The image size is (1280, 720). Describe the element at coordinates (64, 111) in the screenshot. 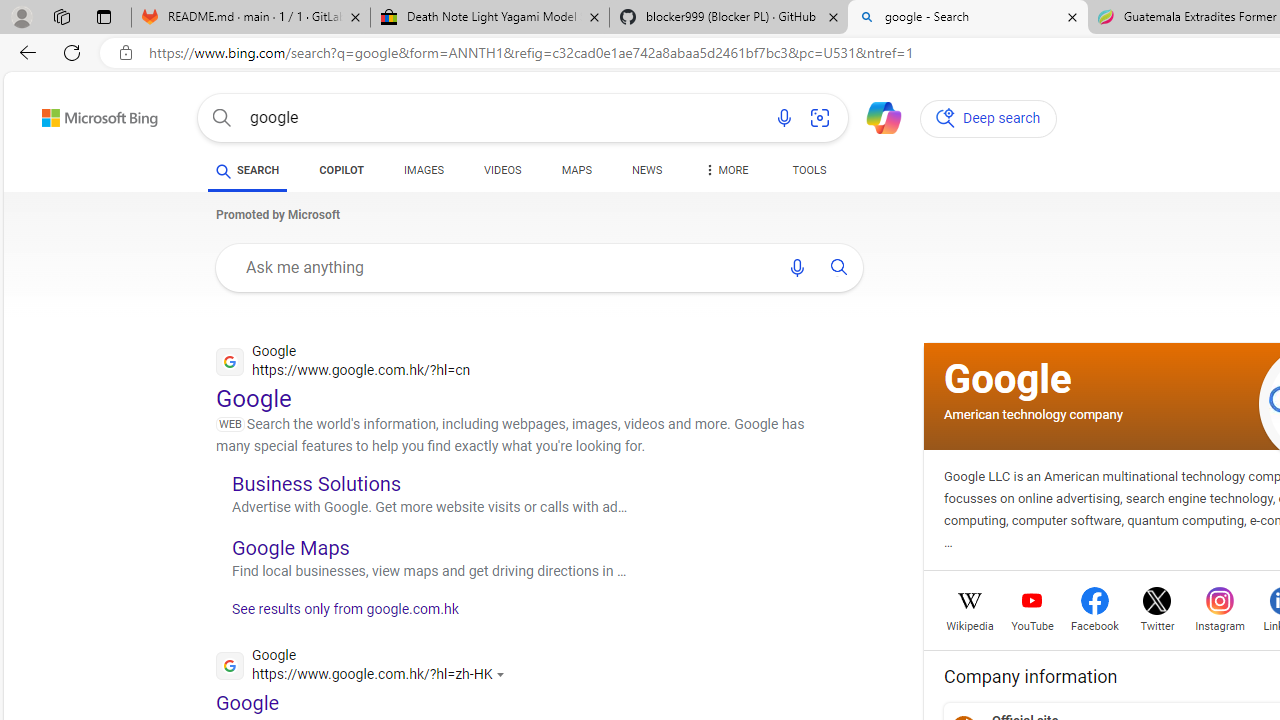

I see `'Skip to content'` at that location.